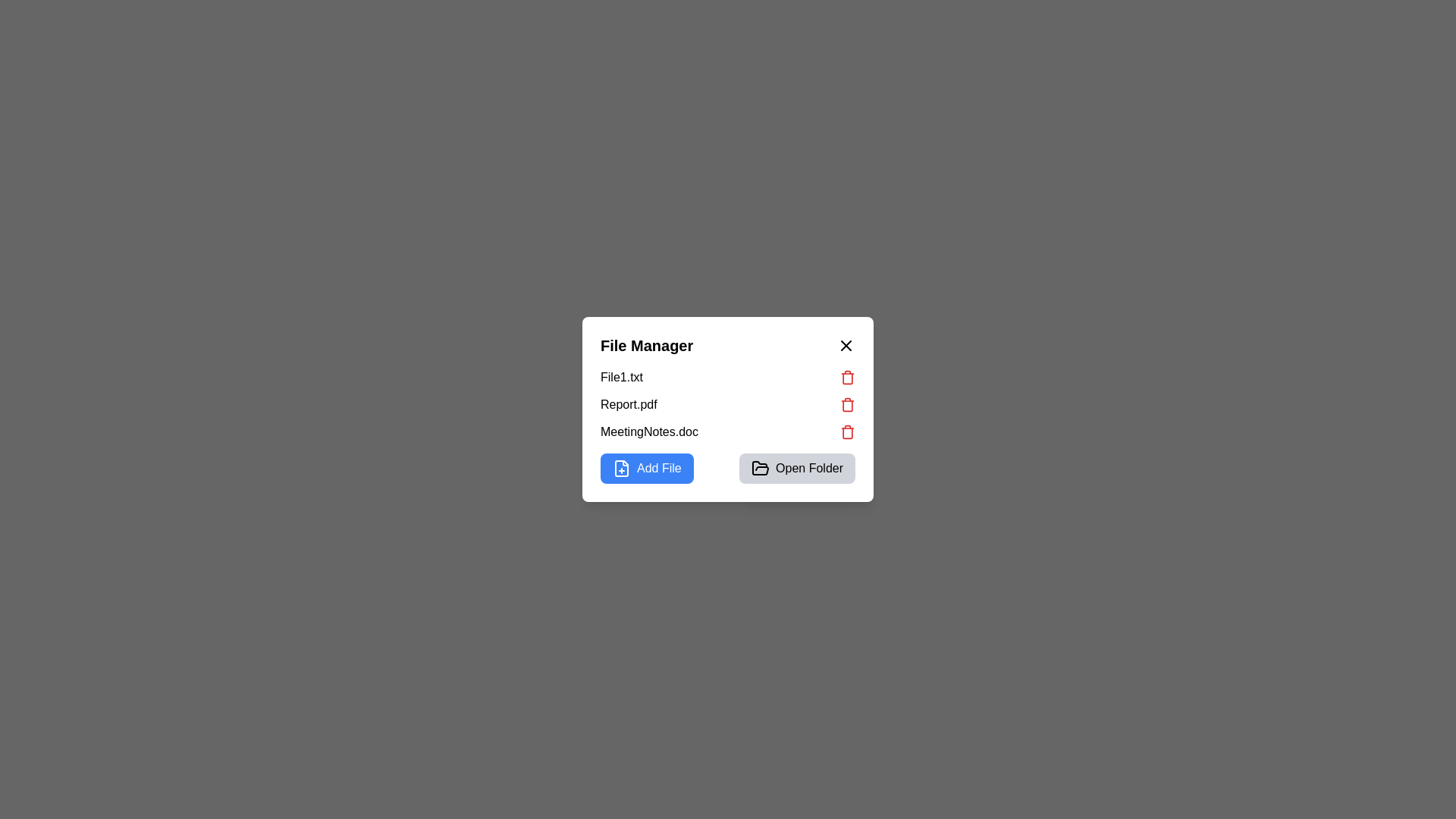 This screenshot has height=819, width=1456. I want to click on the 'close' button icon located in the top-right corner of the 'File Manager' modal, so click(846, 345).